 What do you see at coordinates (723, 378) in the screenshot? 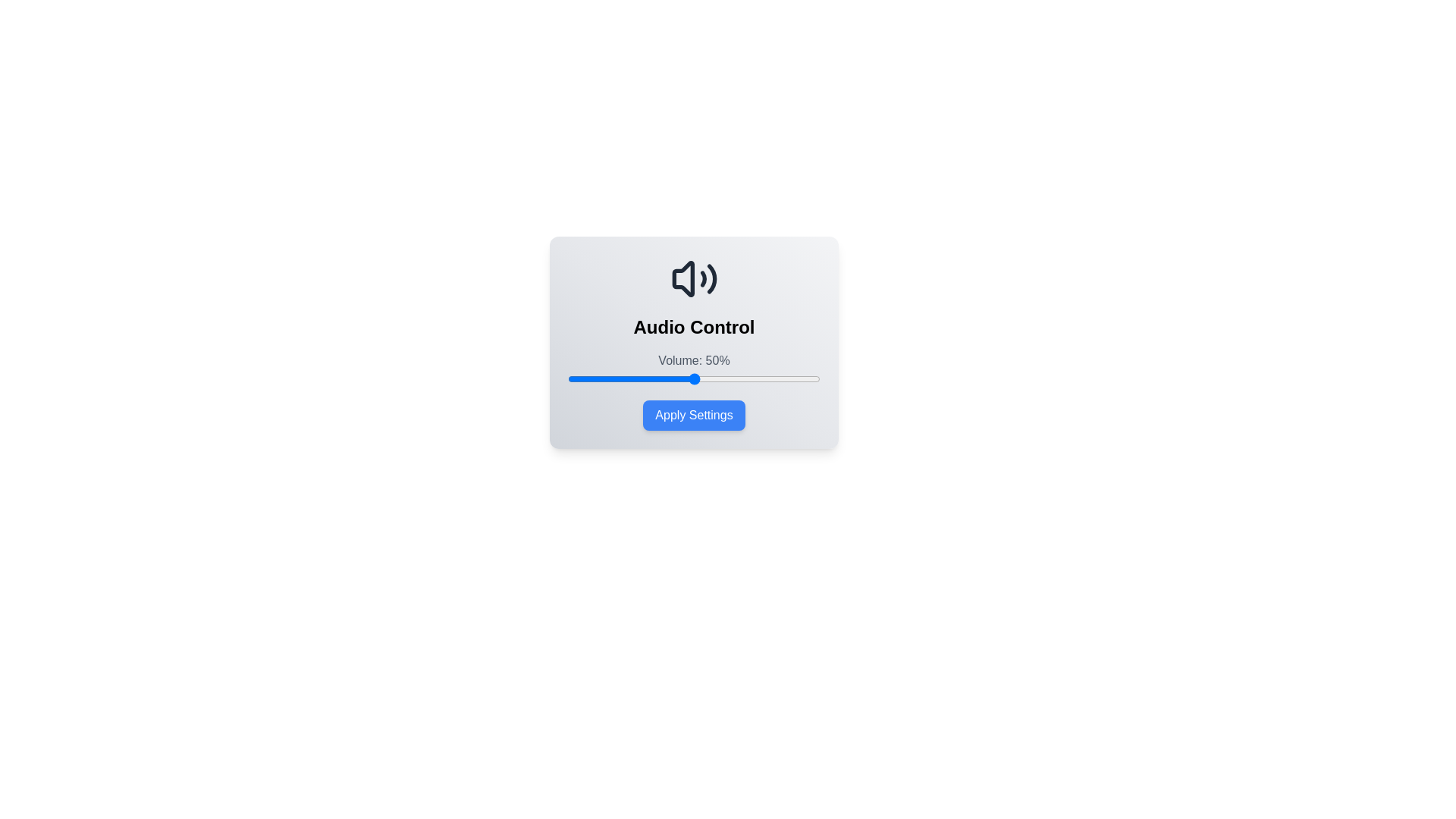
I see `the slider` at bounding box center [723, 378].